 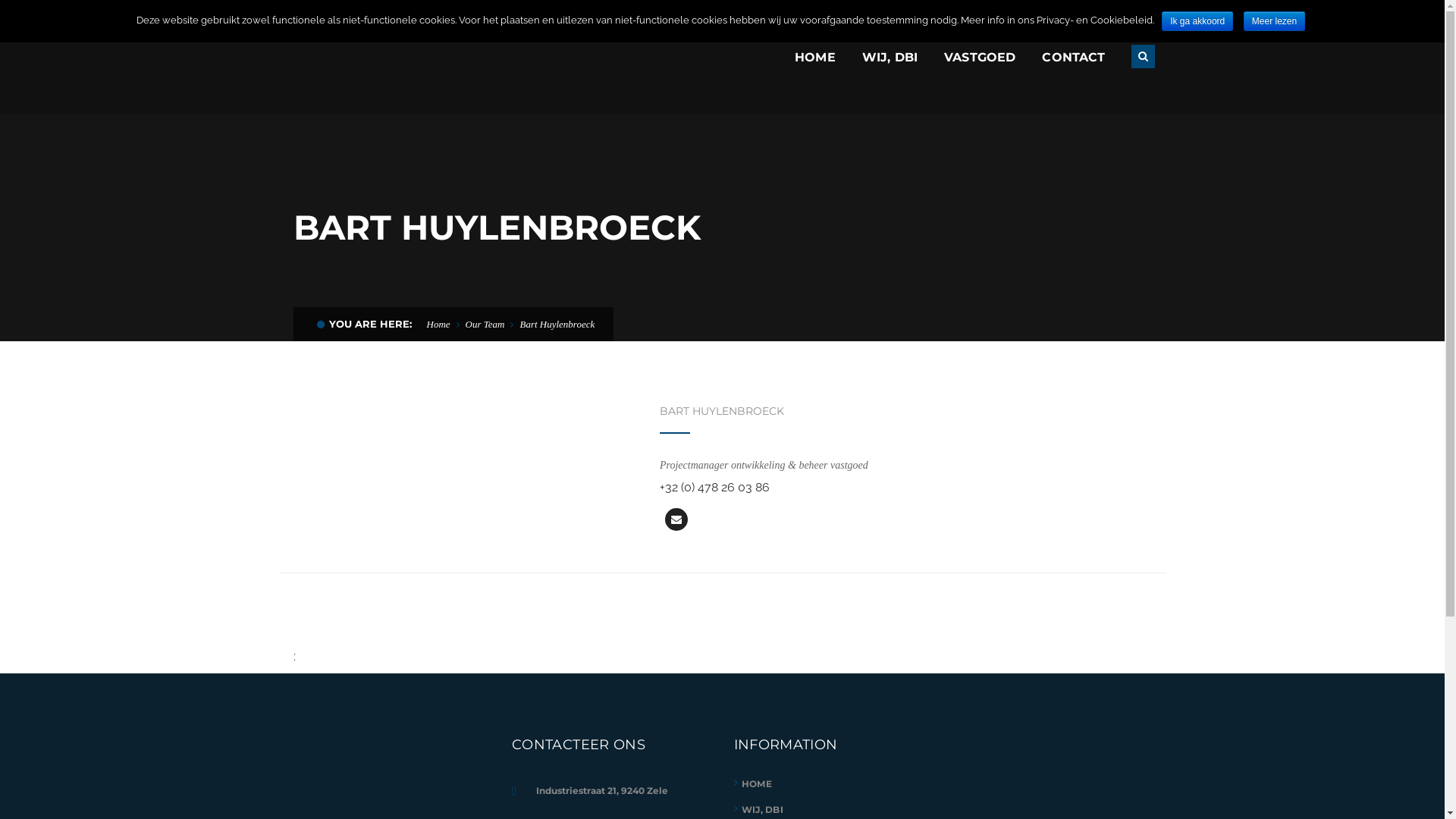 What do you see at coordinates (757, 783) in the screenshot?
I see `'HOME'` at bounding box center [757, 783].